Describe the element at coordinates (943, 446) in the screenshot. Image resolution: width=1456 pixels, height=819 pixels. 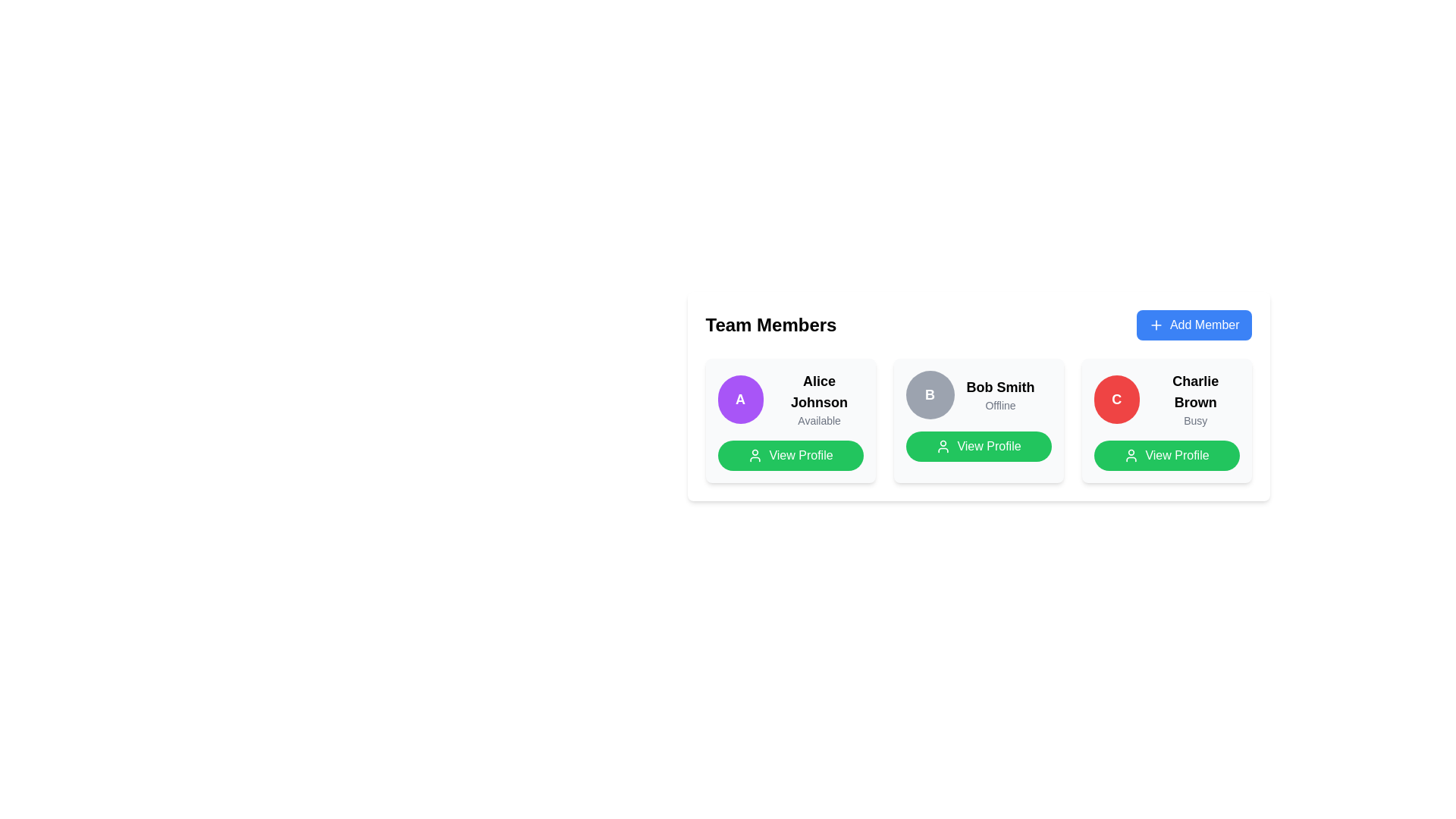
I see `the user profile icon located on the left side of the 'View Profile' button` at that location.